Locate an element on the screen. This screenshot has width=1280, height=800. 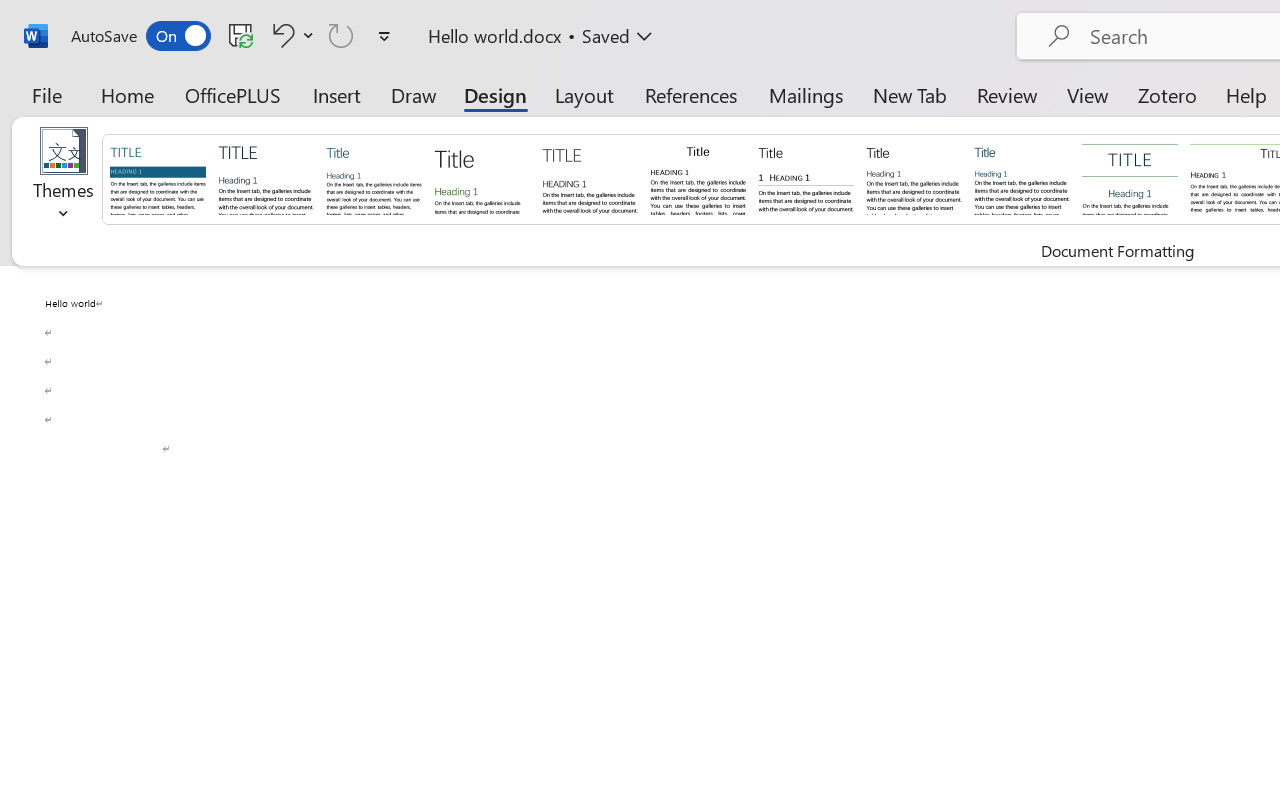
'Layout' is located at coordinates (583, 94).